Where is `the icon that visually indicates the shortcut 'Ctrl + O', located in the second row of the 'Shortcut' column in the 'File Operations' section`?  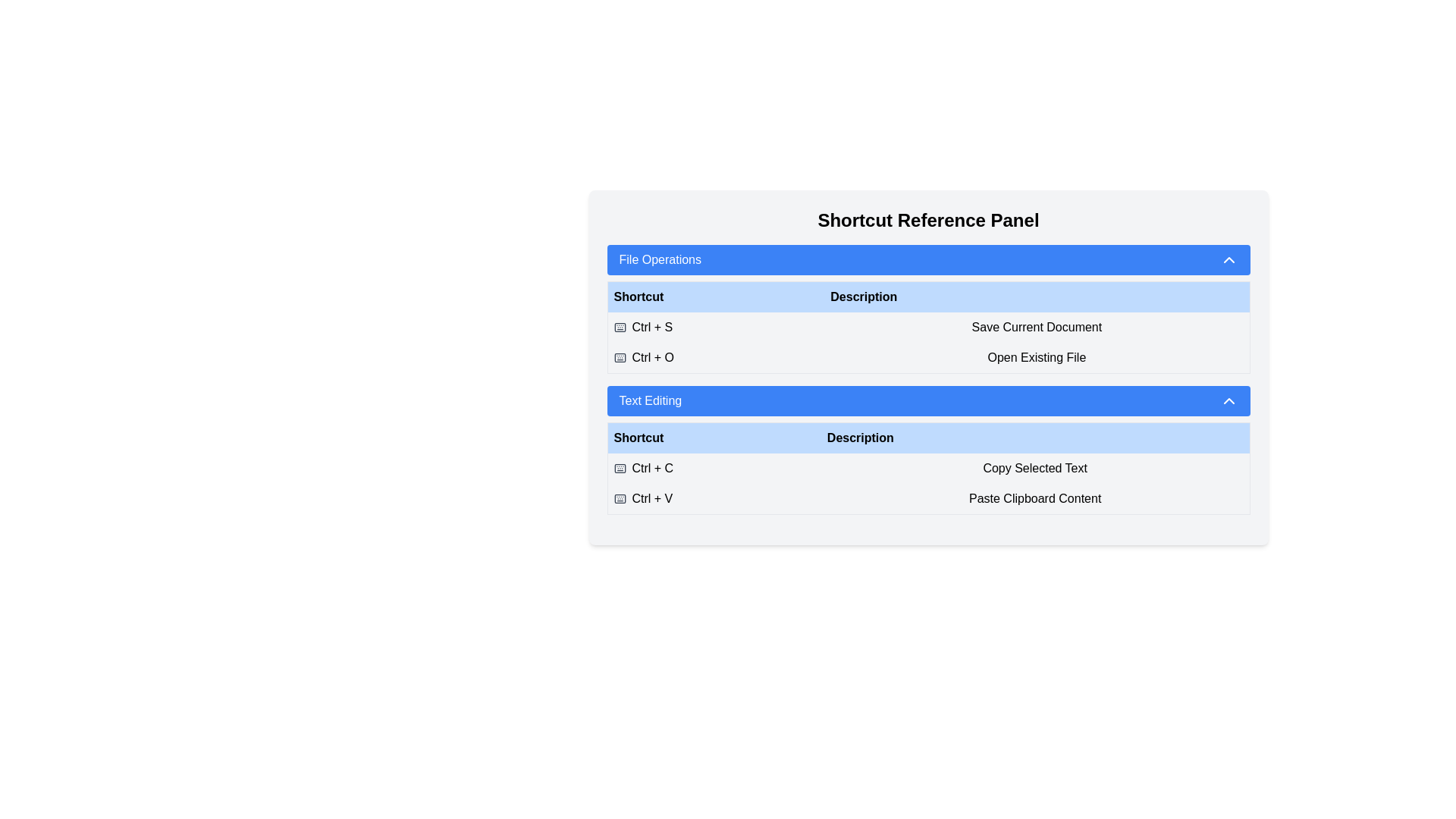
the icon that visually indicates the shortcut 'Ctrl + O', located in the second row of the 'Shortcut' column in the 'File Operations' section is located at coordinates (620, 357).